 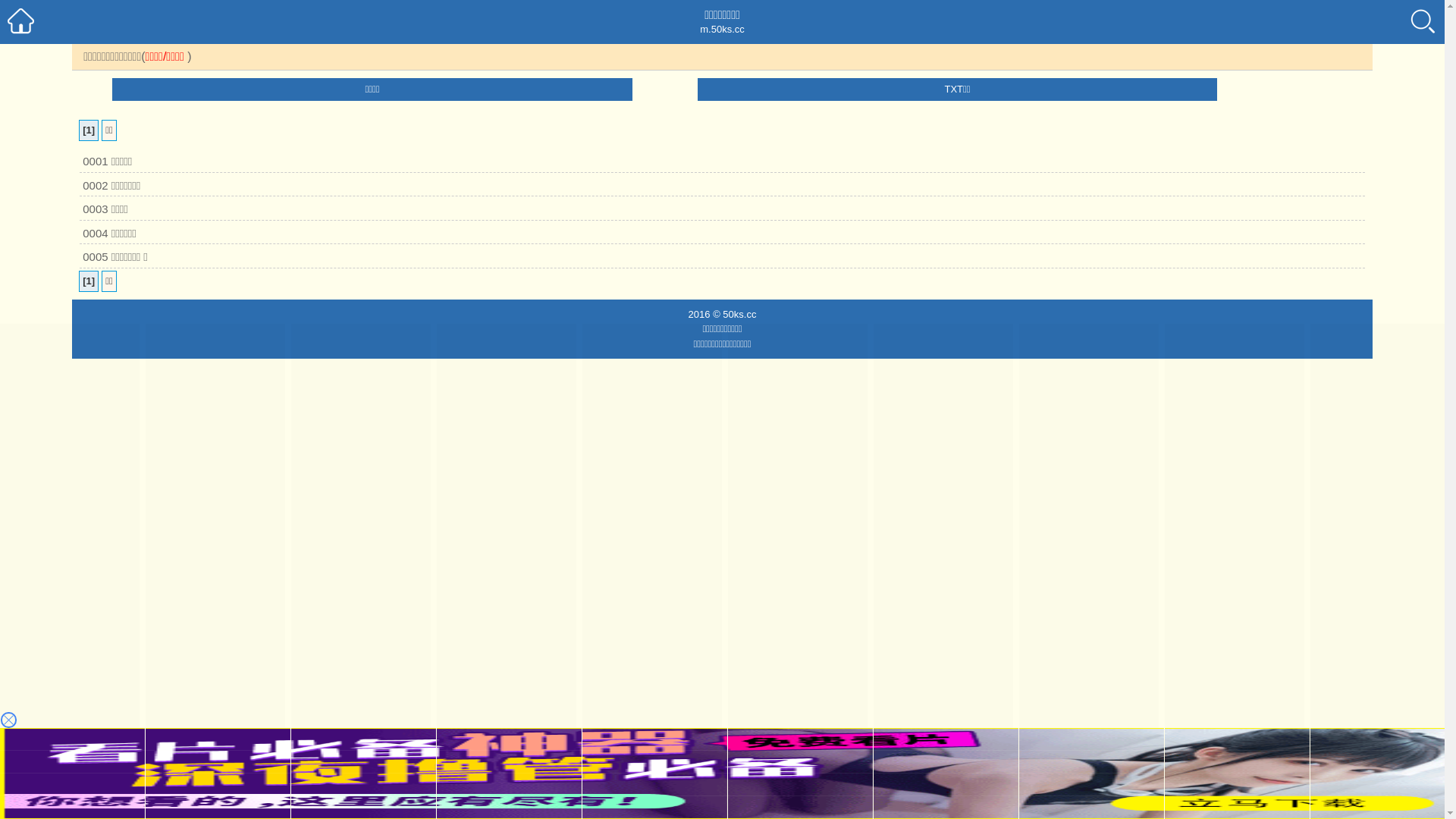 What do you see at coordinates (739, 312) in the screenshot?
I see `'50ks.cc'` at bounding box center [739, 312].